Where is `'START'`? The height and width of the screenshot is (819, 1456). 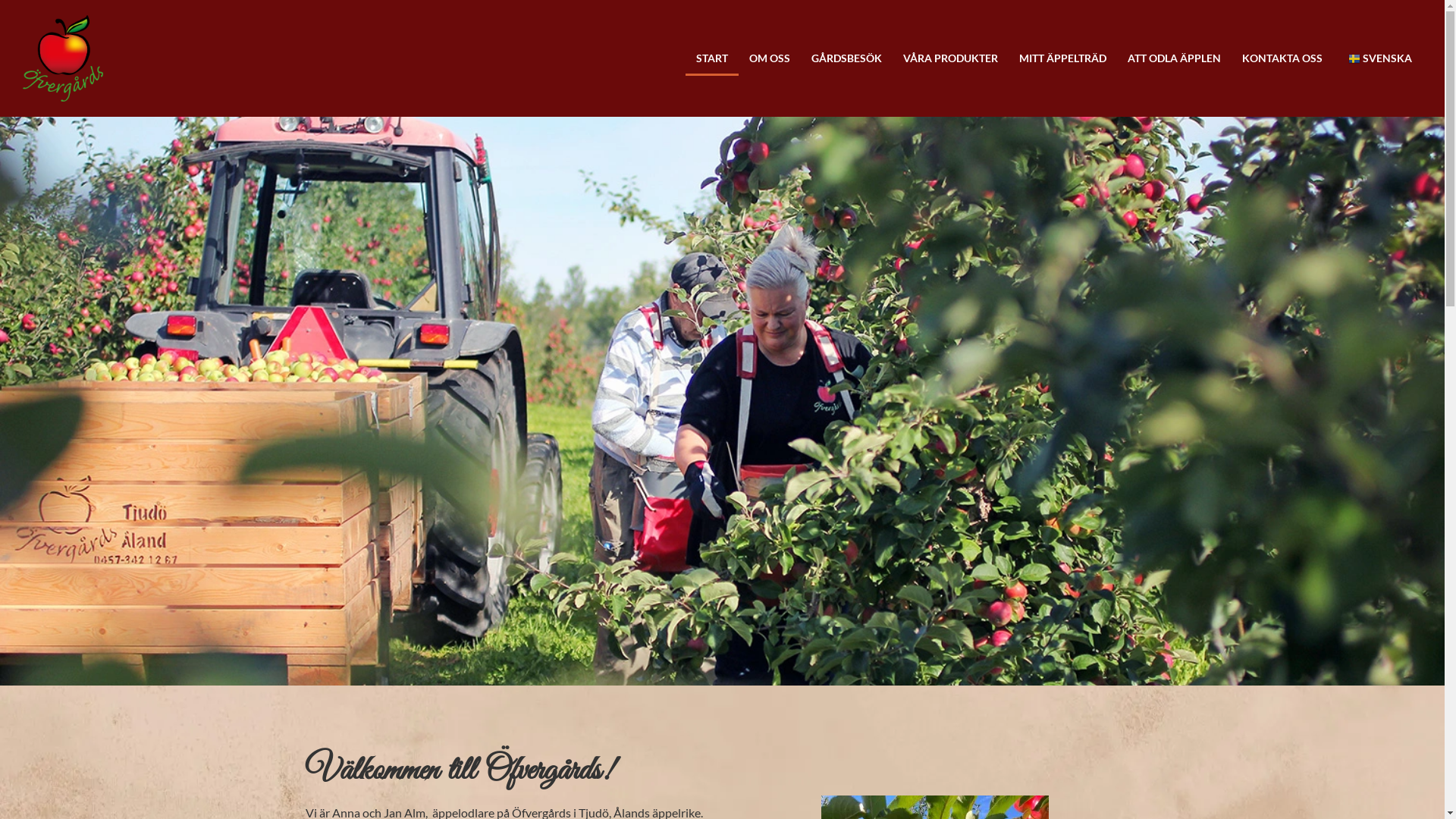 'START' is located at coordinates (711, 58).